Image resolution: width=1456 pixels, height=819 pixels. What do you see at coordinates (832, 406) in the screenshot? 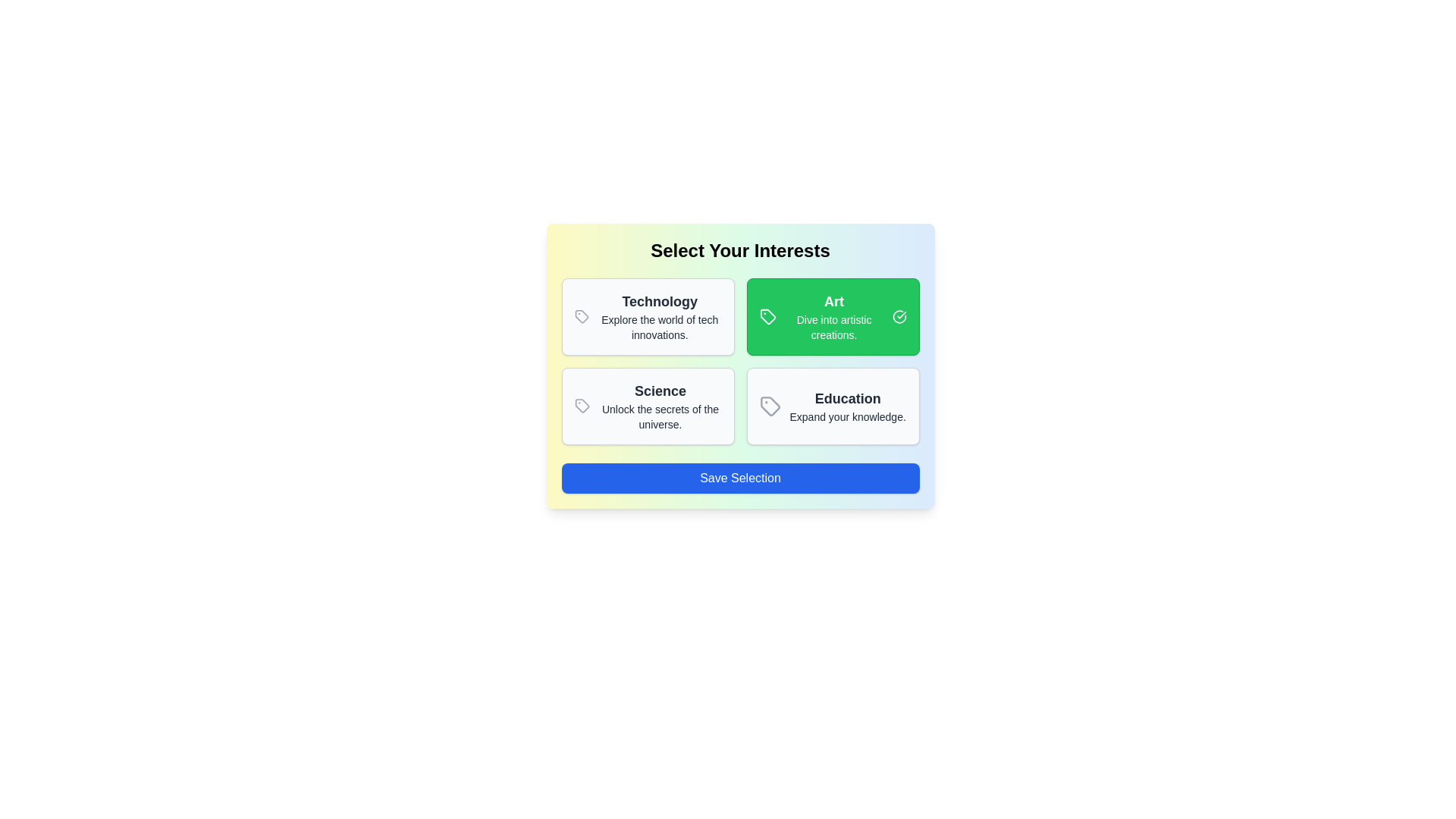
I see `the category Education` at bounding box center [832, 406].